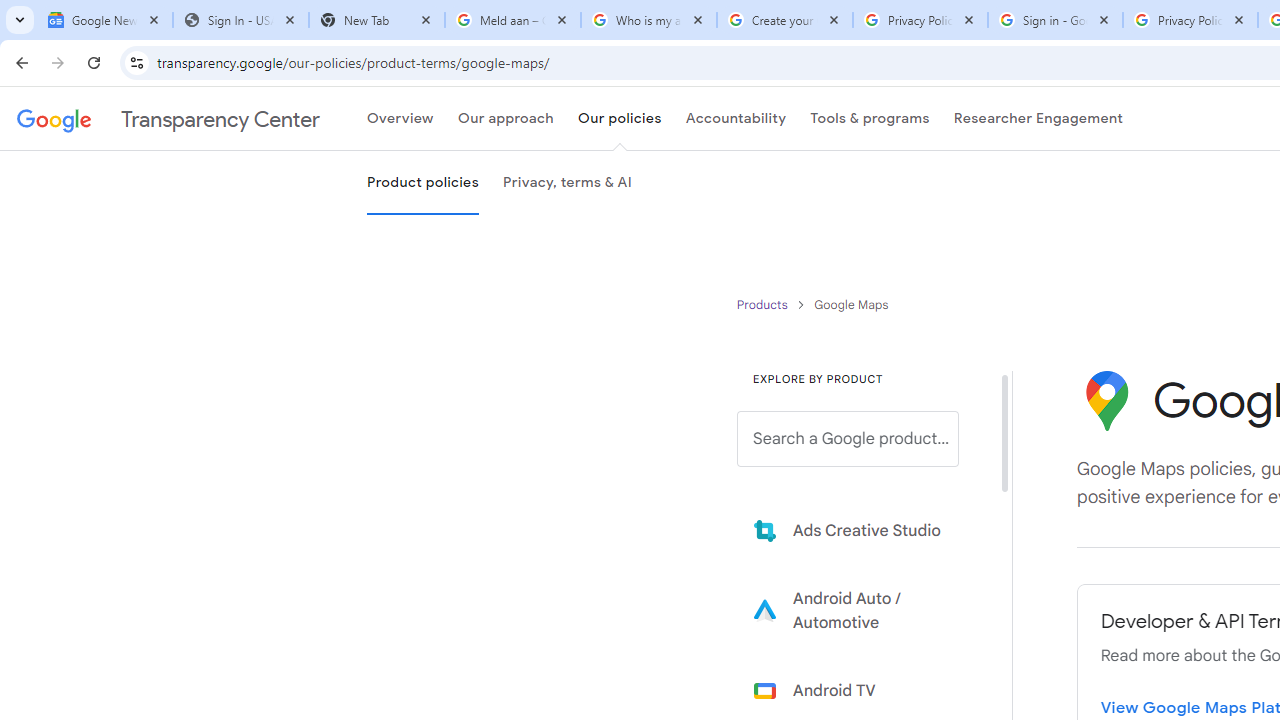 The image size is (1280, 720). Describe the element at coordinates (240, 20) in the screenshot. I see `'Sign In - USA TODAY'` at that location.